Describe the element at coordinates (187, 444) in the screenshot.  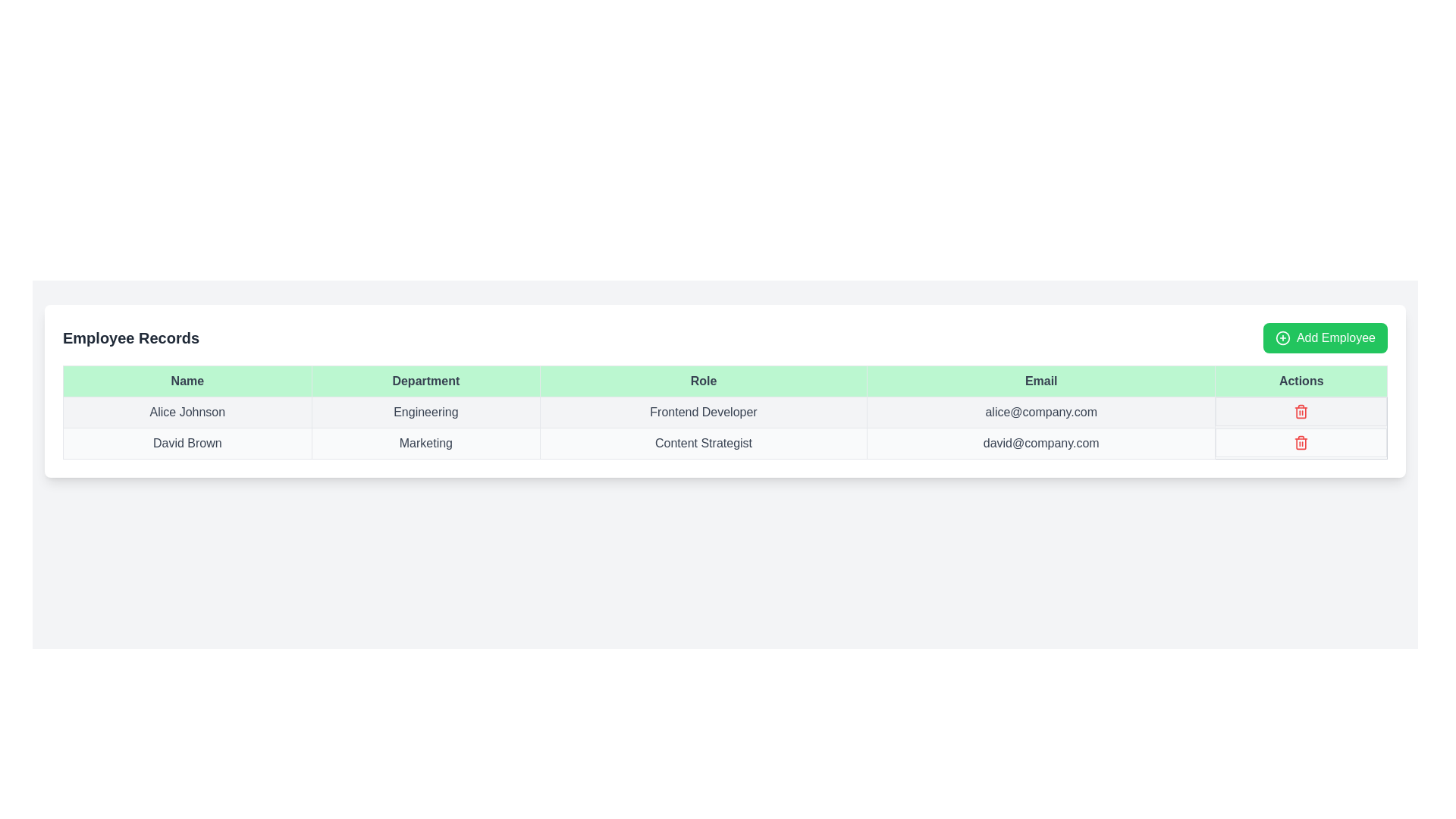
I see `the text label displaying 'David Brown' in the first column of the second row of the table` at that location.